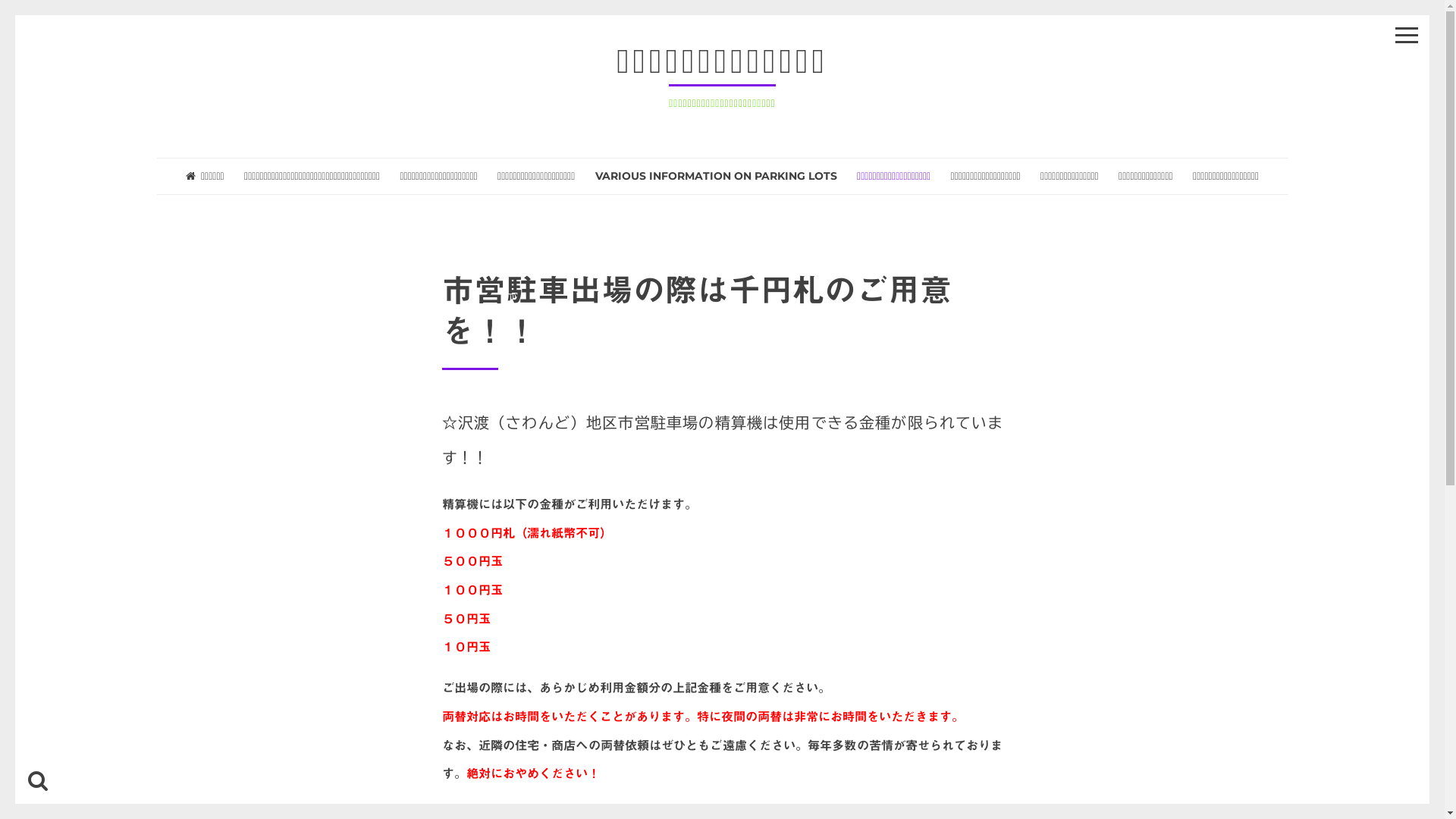 This screenshot has width=1456, height=819. I want to click on 'VARIOUS INFORMATION ON PARKING LOTS', so click(715, 174).